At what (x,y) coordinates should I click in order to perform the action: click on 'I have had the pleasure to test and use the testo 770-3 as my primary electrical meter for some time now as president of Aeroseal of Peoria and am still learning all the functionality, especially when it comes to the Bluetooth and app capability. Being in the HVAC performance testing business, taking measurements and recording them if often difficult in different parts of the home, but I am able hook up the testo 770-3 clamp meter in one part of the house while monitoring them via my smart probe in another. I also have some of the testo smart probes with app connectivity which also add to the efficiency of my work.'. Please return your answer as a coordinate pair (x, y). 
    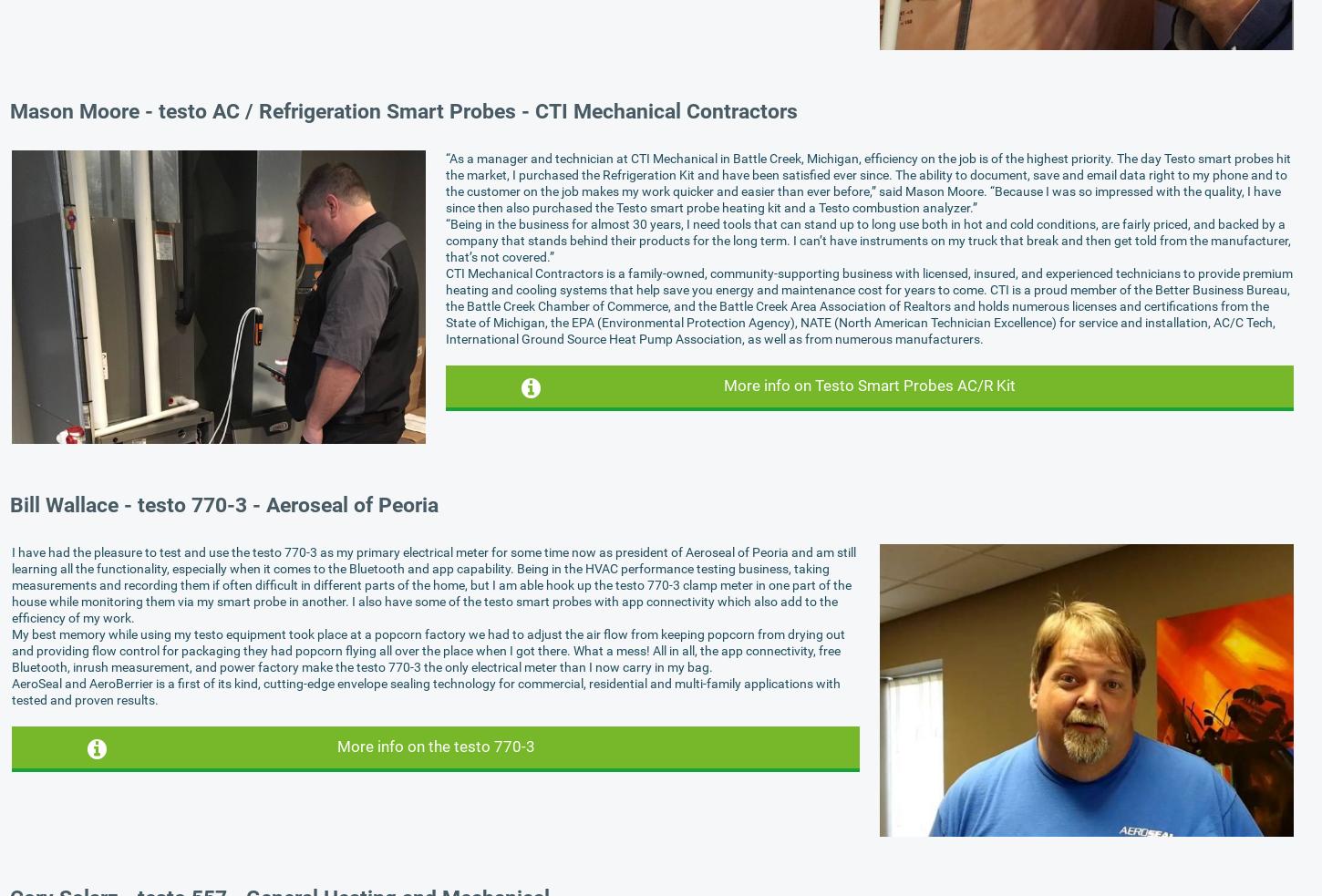
    Looking at the image, I should click on (12, 584).